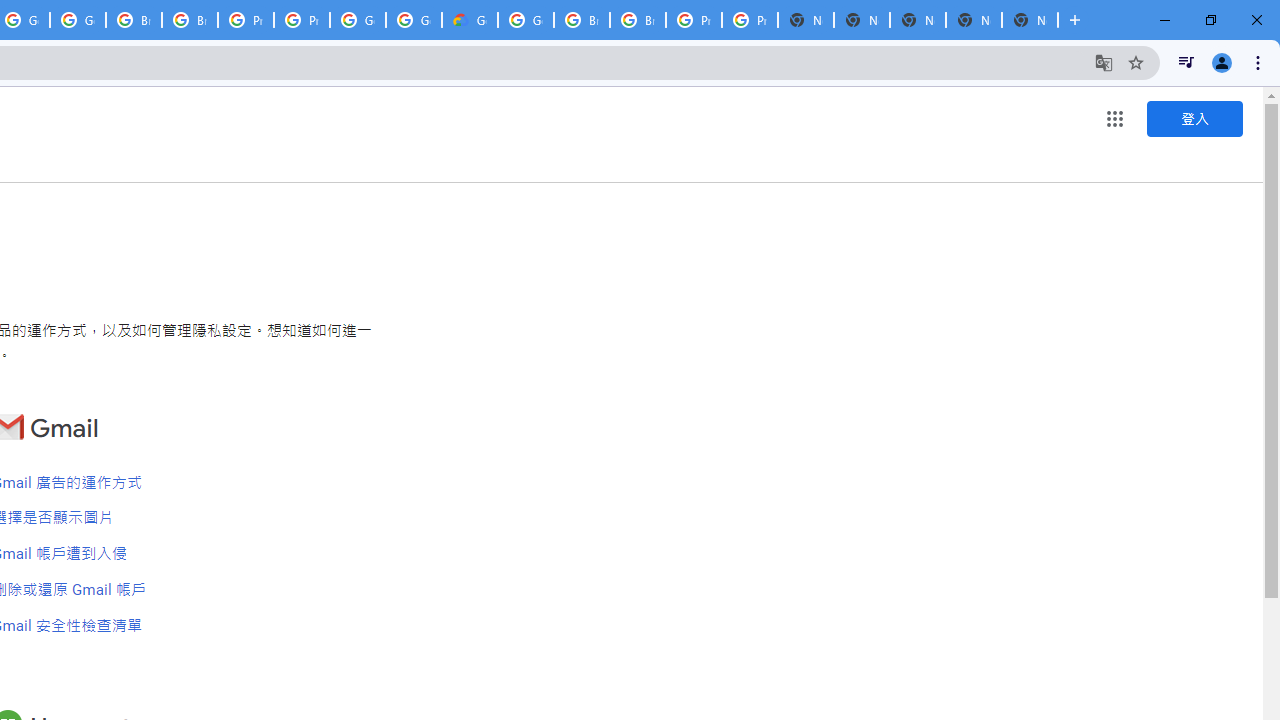 Image resolution: width=1280 pixels, height=720 pixels. Describe the element at coordinates (526, 20) in the screenshot. I see `'Google Cloud Platform'` at that location.